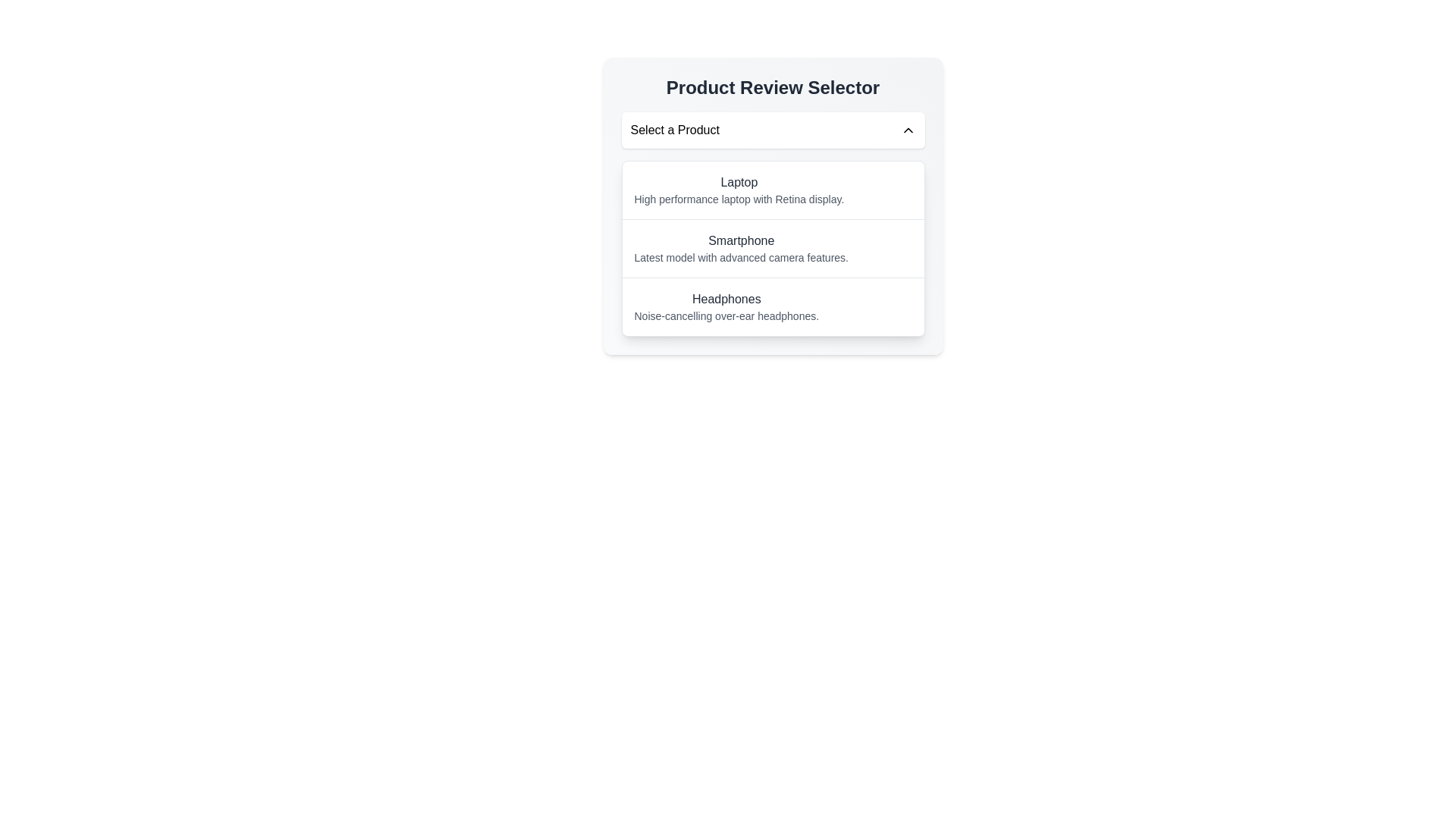  I want to click on the 'Smartphone' option in the Product Review Selector list, which is the second item between 'Laptop' and 'Headphones', so click(773, 247).